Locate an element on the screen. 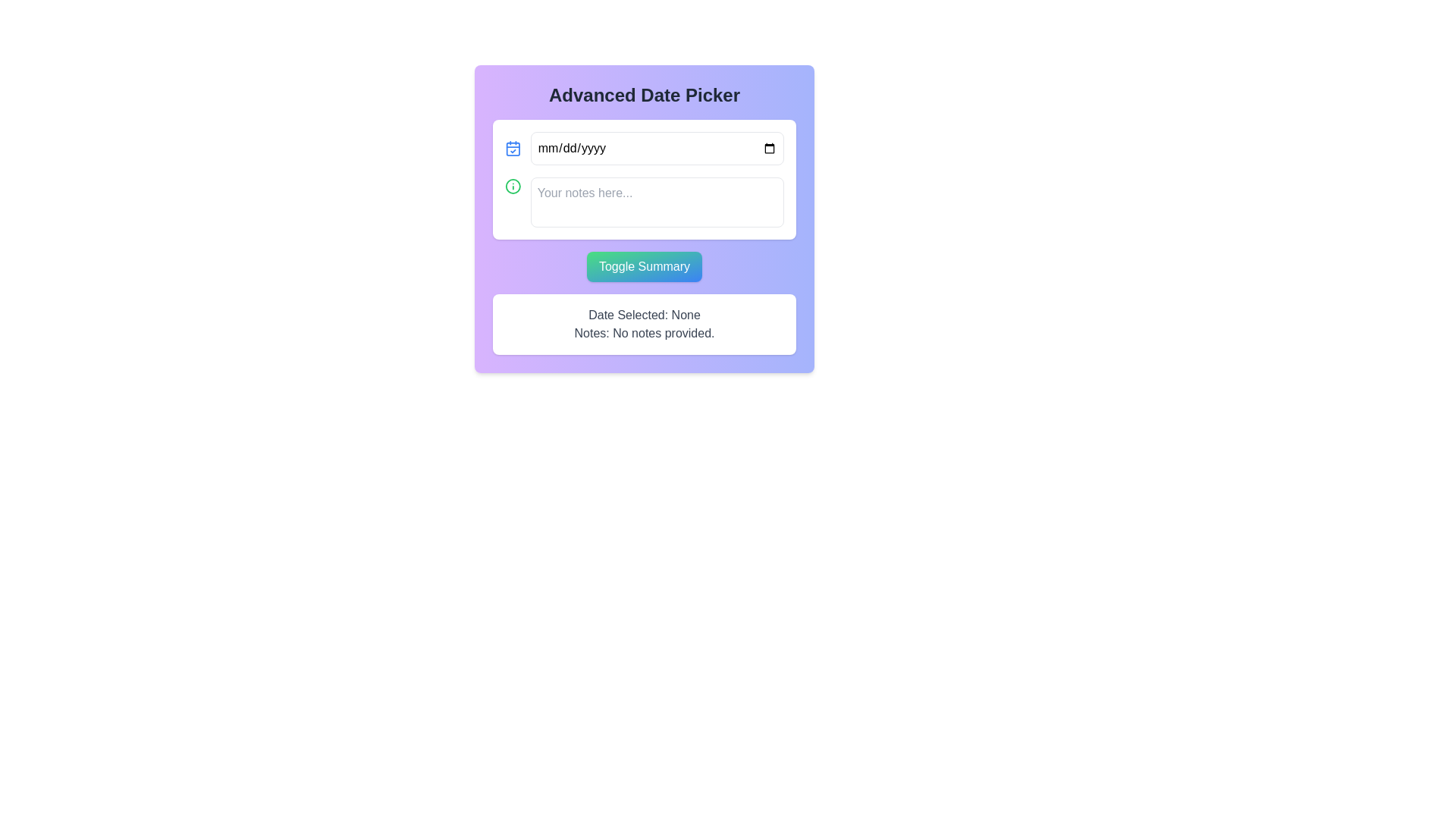 The image size is (1456, 819). the white box with rounded corners and shadow effect that contains the text 'Date Selected: None' and 'Notes: No notes provided', located below the 'Toggle Summary' button in the 'Advanced Date Picker' section is located at coordinates (644, 324).